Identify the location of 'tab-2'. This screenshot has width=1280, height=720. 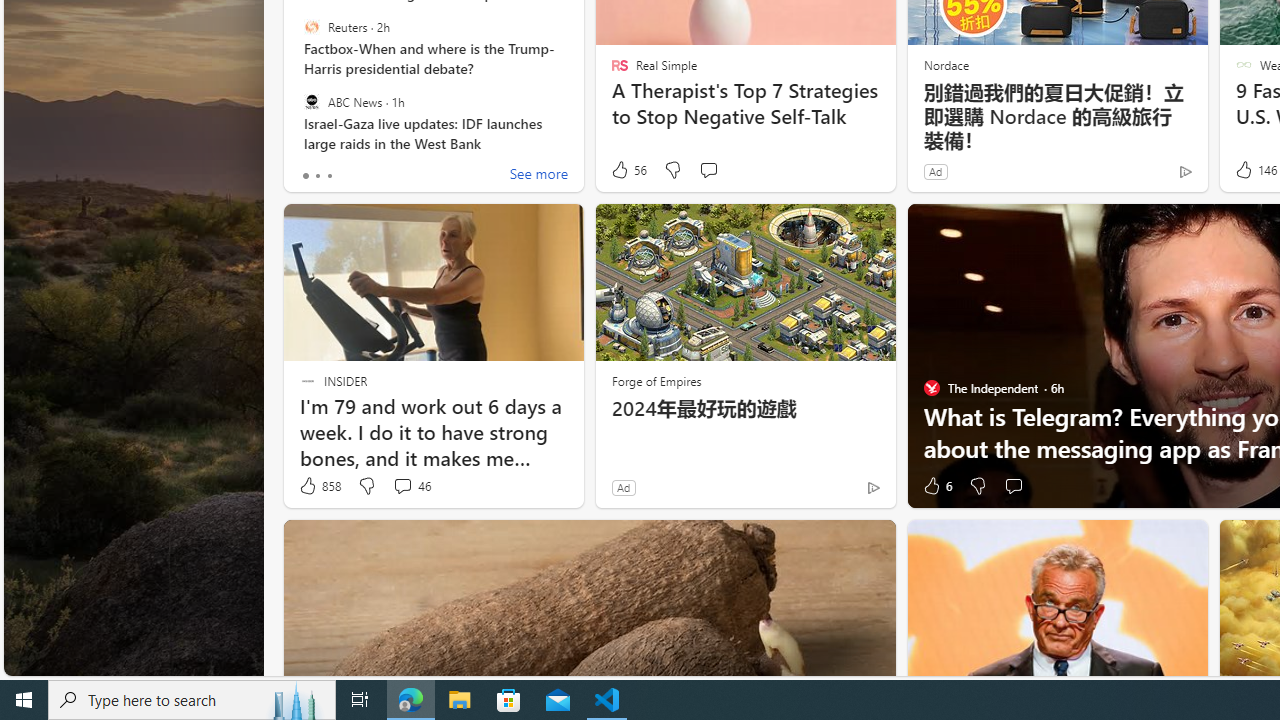
(328, 175).